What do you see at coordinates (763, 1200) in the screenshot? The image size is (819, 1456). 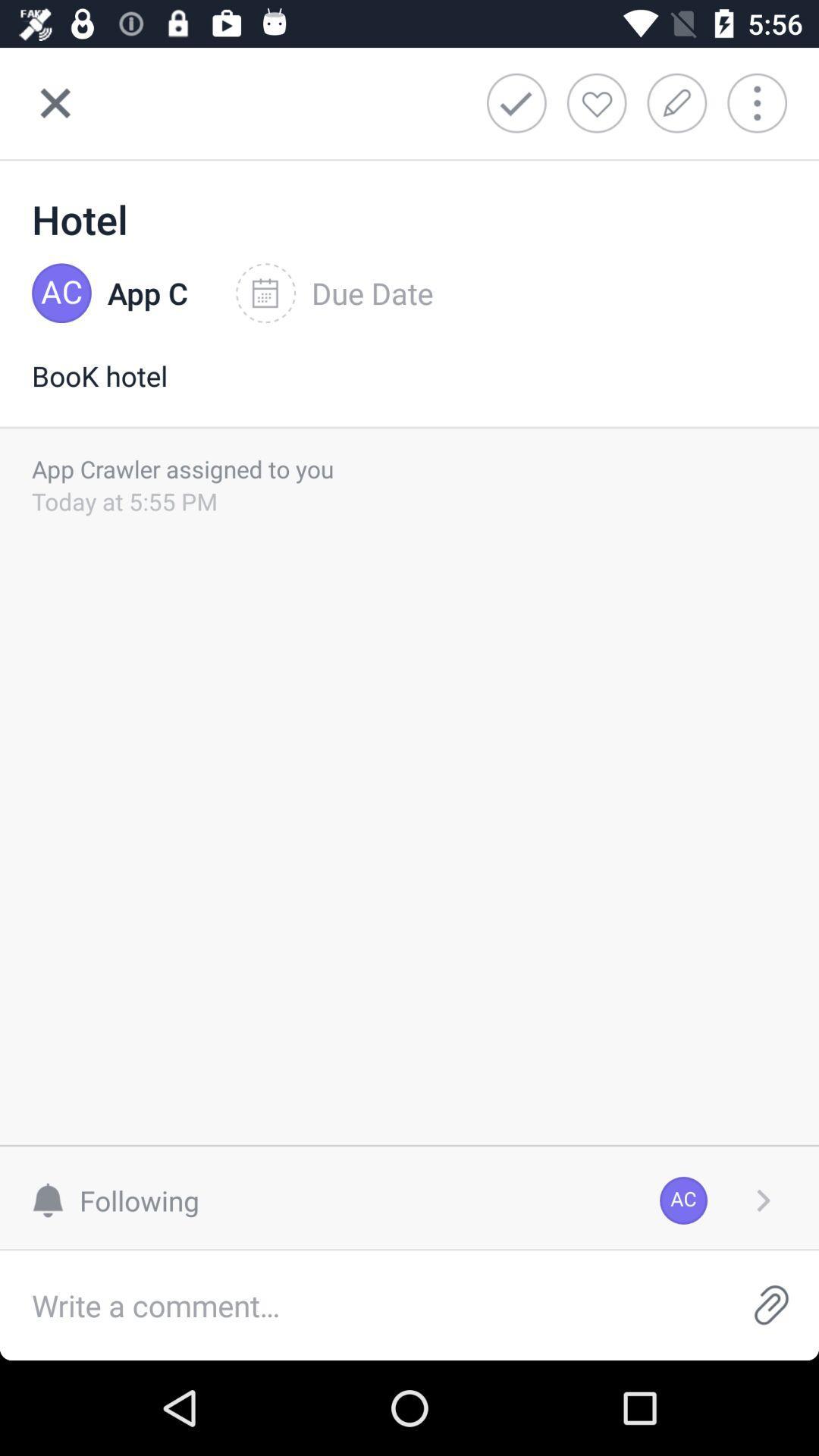 I see `the right arrow mark at the right bottom right to ac` at bounding box center [763, 1200].